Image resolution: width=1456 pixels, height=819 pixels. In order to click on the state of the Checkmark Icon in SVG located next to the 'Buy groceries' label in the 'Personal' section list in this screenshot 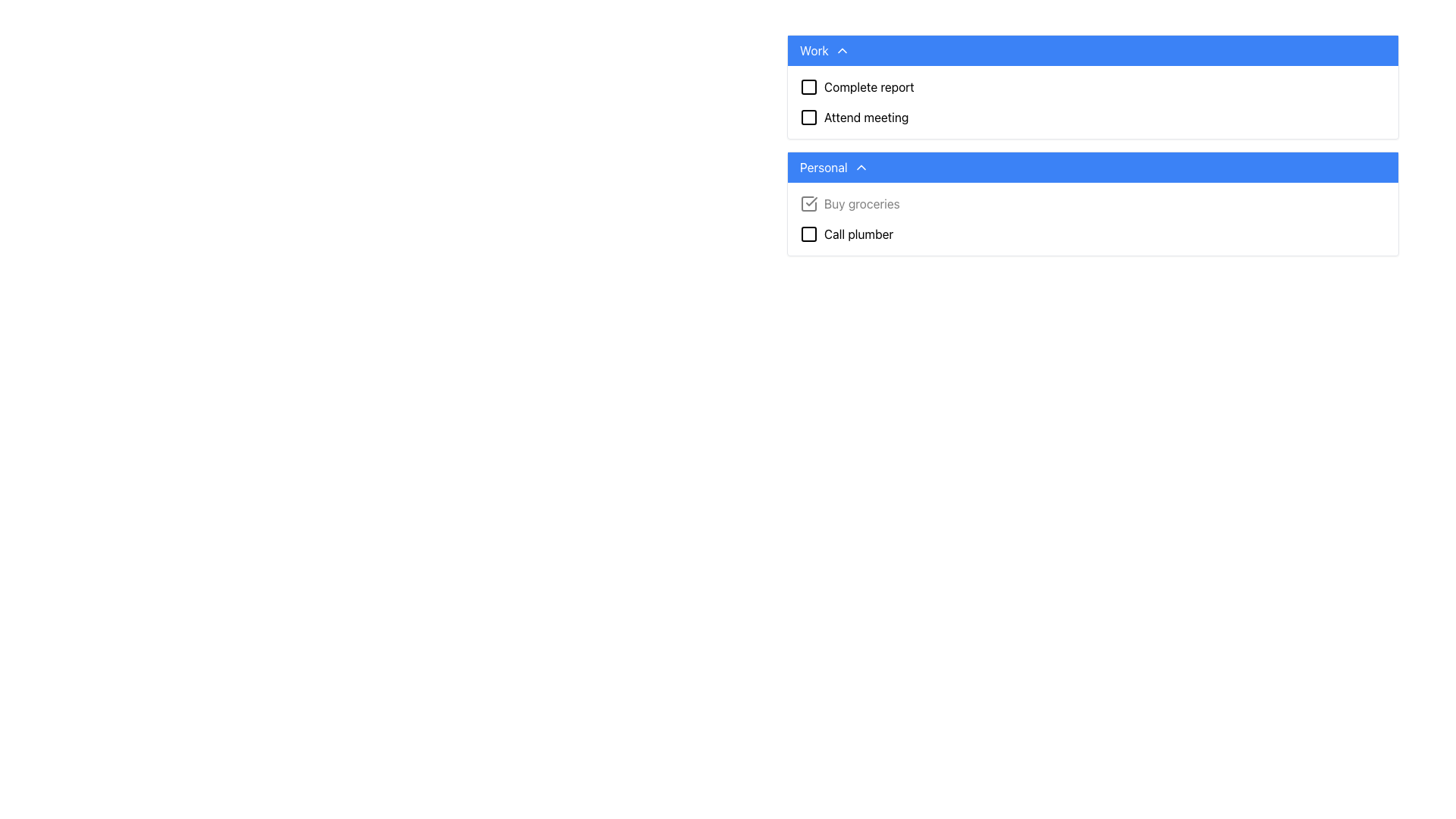, I will do `click(811, 201)`.